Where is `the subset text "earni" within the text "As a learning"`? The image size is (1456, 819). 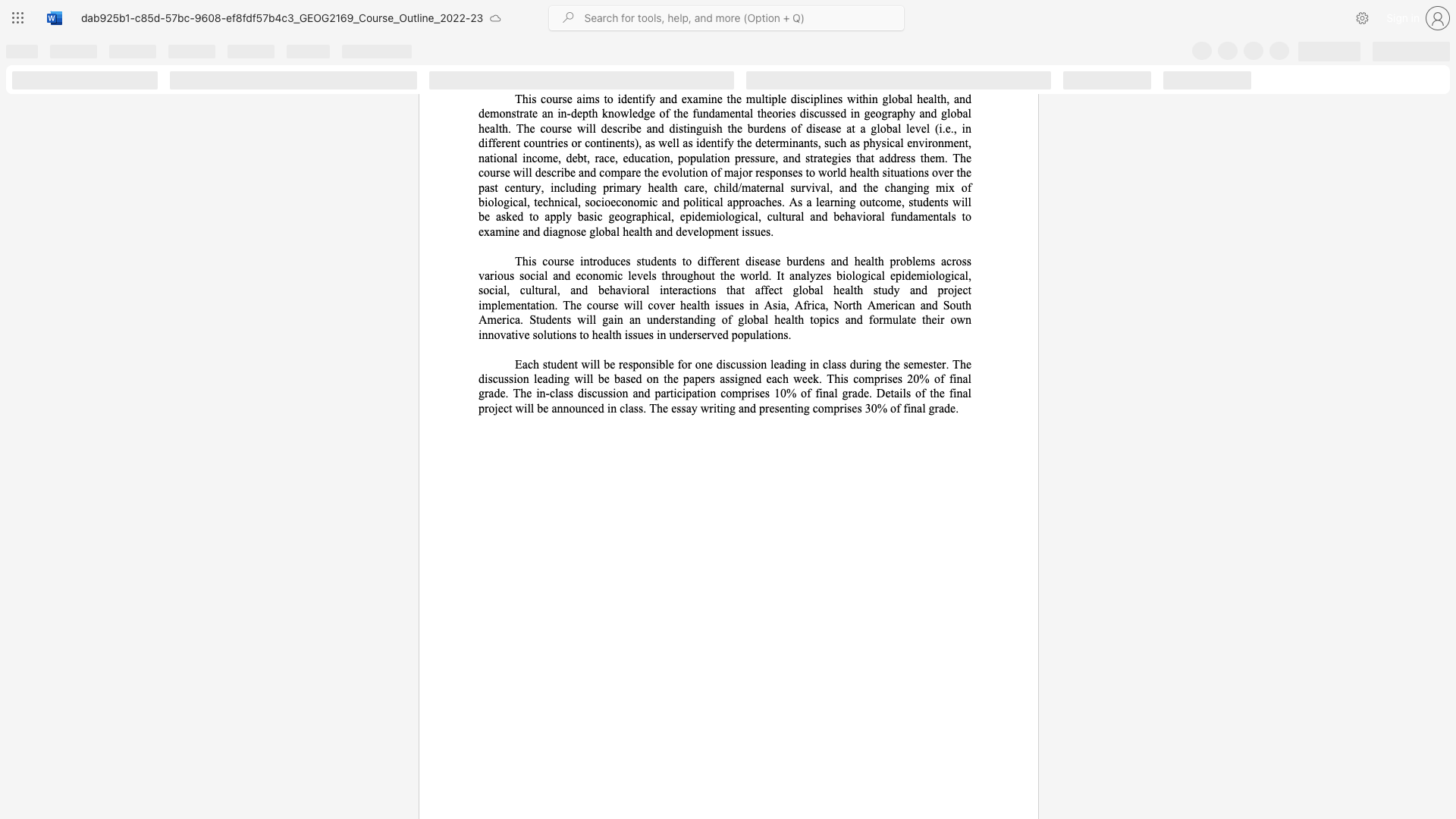
the subset text "earni" within the text "As a learning" is located at coordinates (818, 201).